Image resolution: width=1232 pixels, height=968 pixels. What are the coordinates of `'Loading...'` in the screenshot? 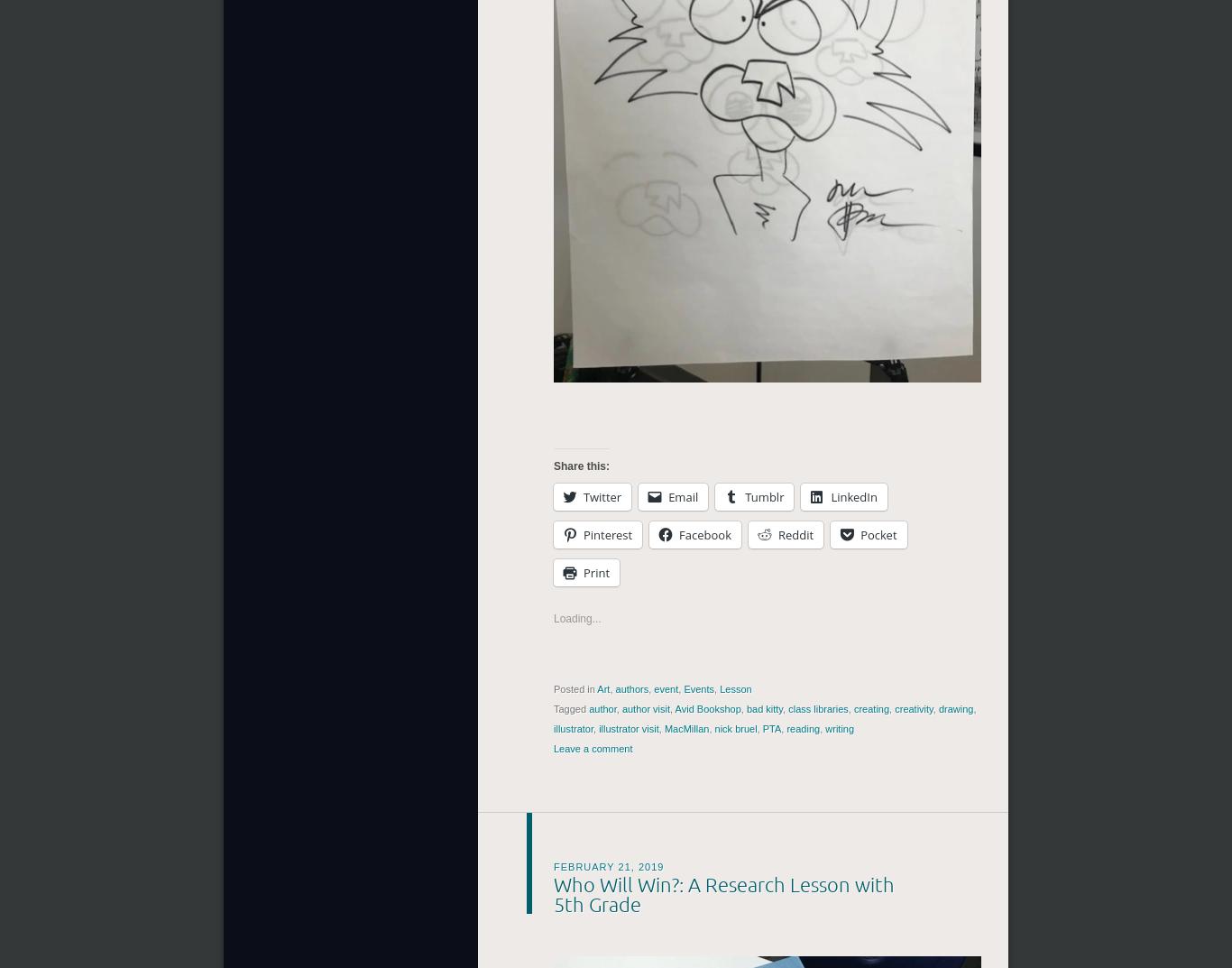 It's located at (553, 618).